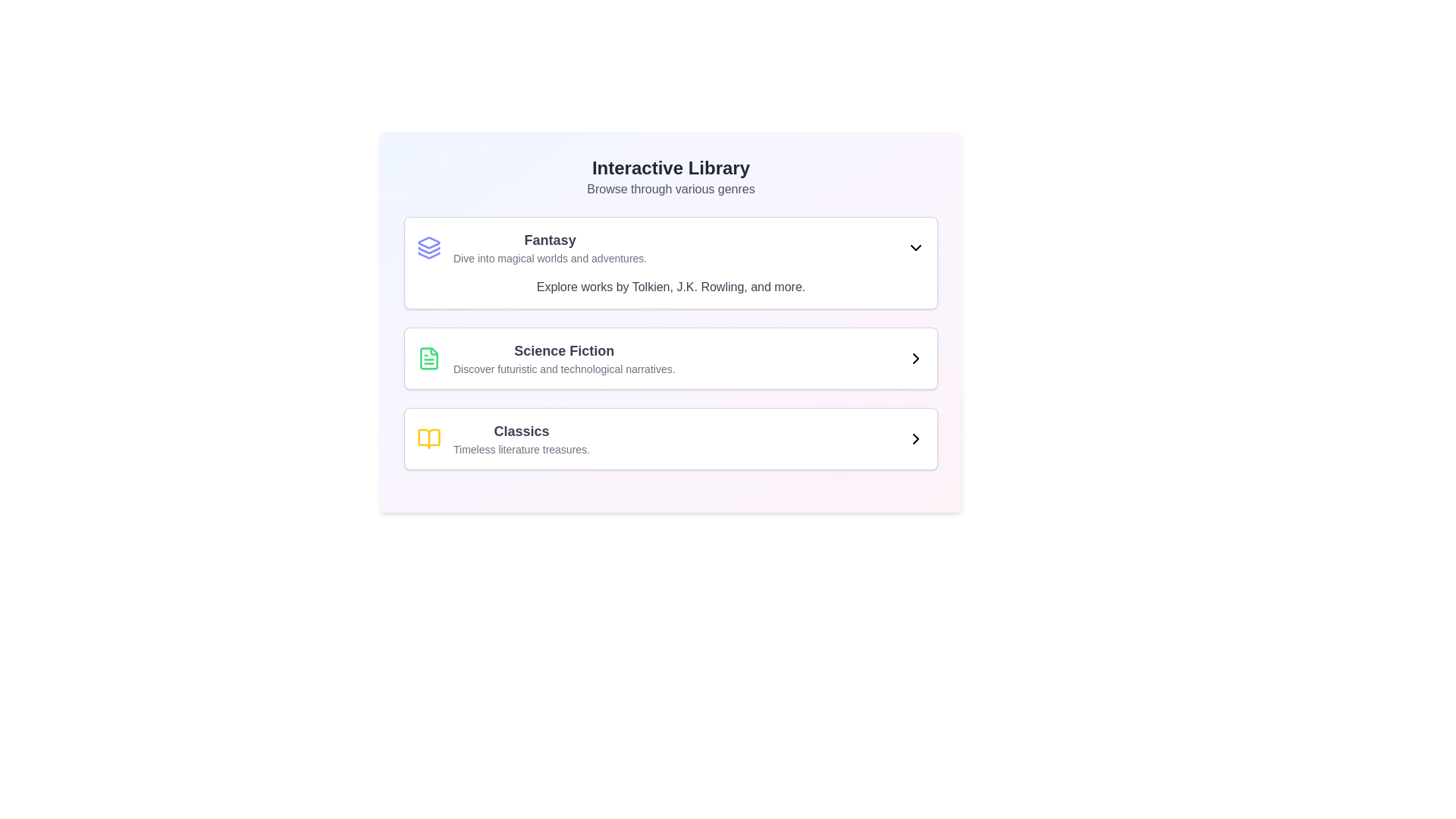 This screenshot has width=1456, height=819. Describe the element at coordinates (428, 247) in the screenshot. I see `the blue layered rectangles icon located in the 'Fantasy' section, next to the text 'Fantasy Dive into magical worlds and adventures.'` at that location.